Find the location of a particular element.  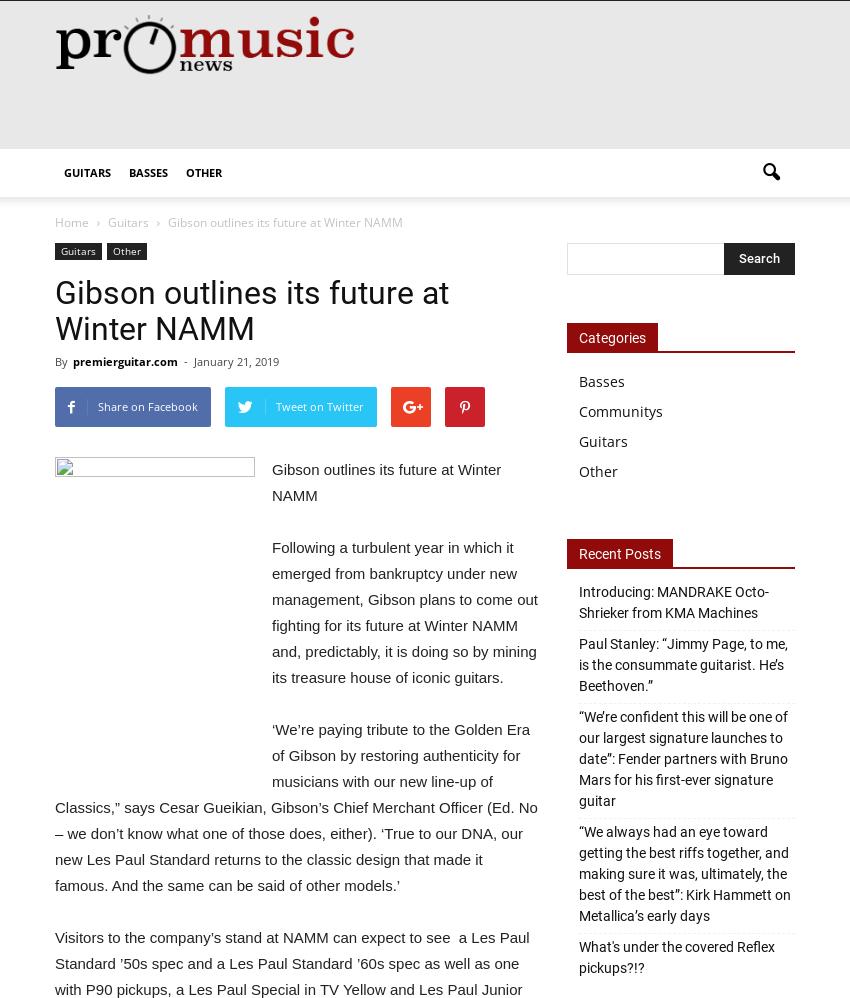

'Communitys' is located at coordinates (620, 411).